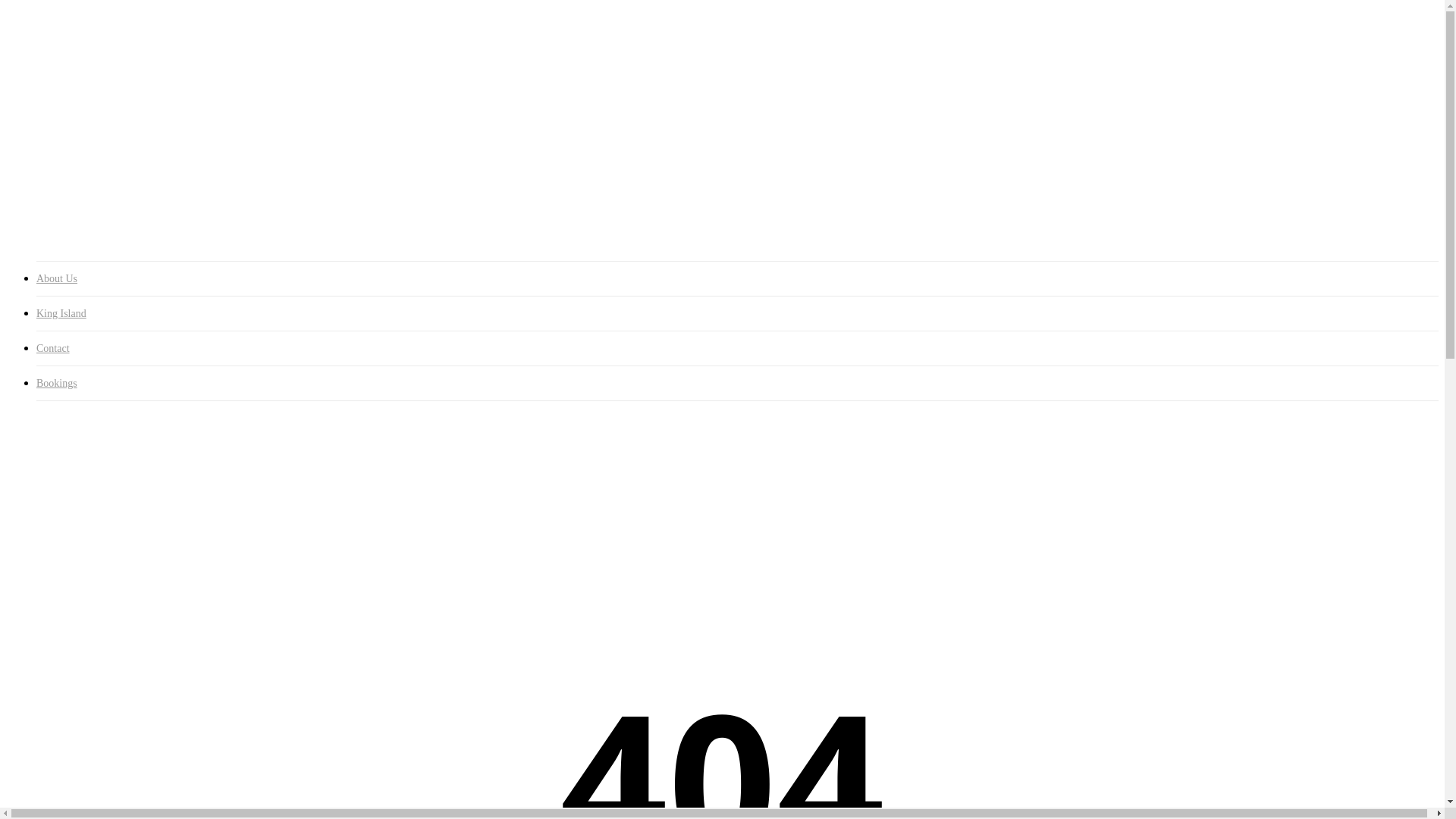  What do you see at coordinates (64, 162) in the screenshot?
I see `'King Island'` at bounding box center [64, 162].